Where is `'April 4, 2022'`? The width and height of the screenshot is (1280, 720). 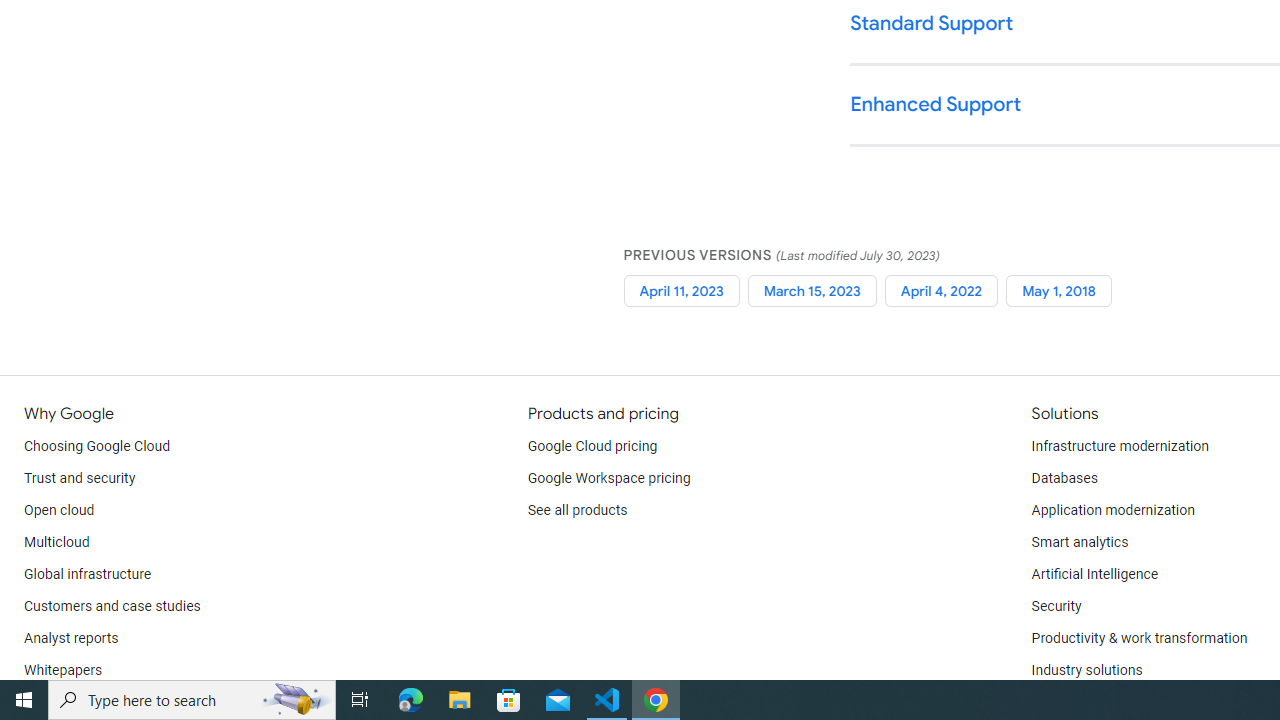 'April 4, 2022' is located at coordinates (940, 290).